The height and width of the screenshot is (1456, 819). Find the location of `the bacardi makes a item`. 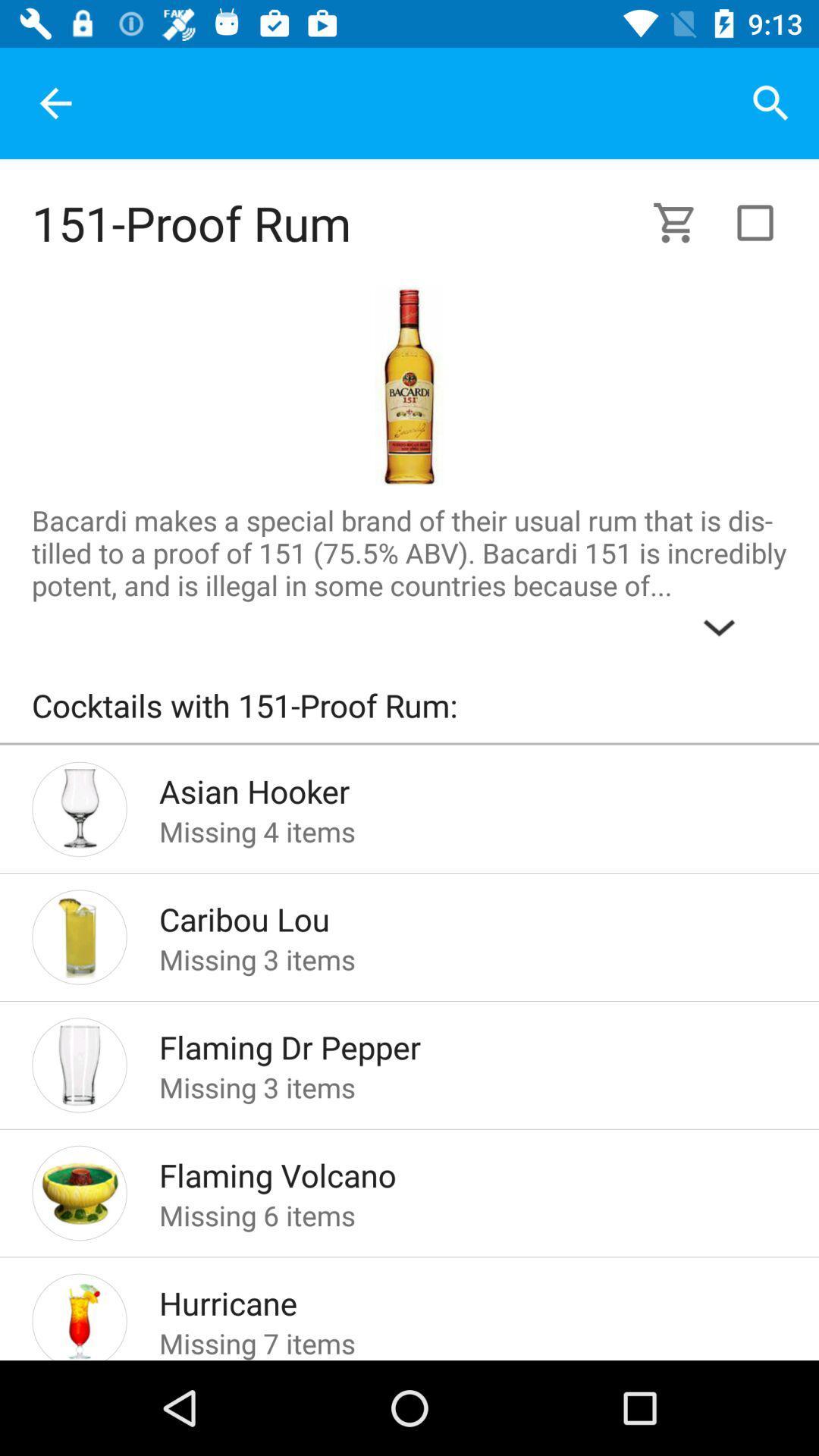

the bacardi makes a item is located at coordinates (409, 576).